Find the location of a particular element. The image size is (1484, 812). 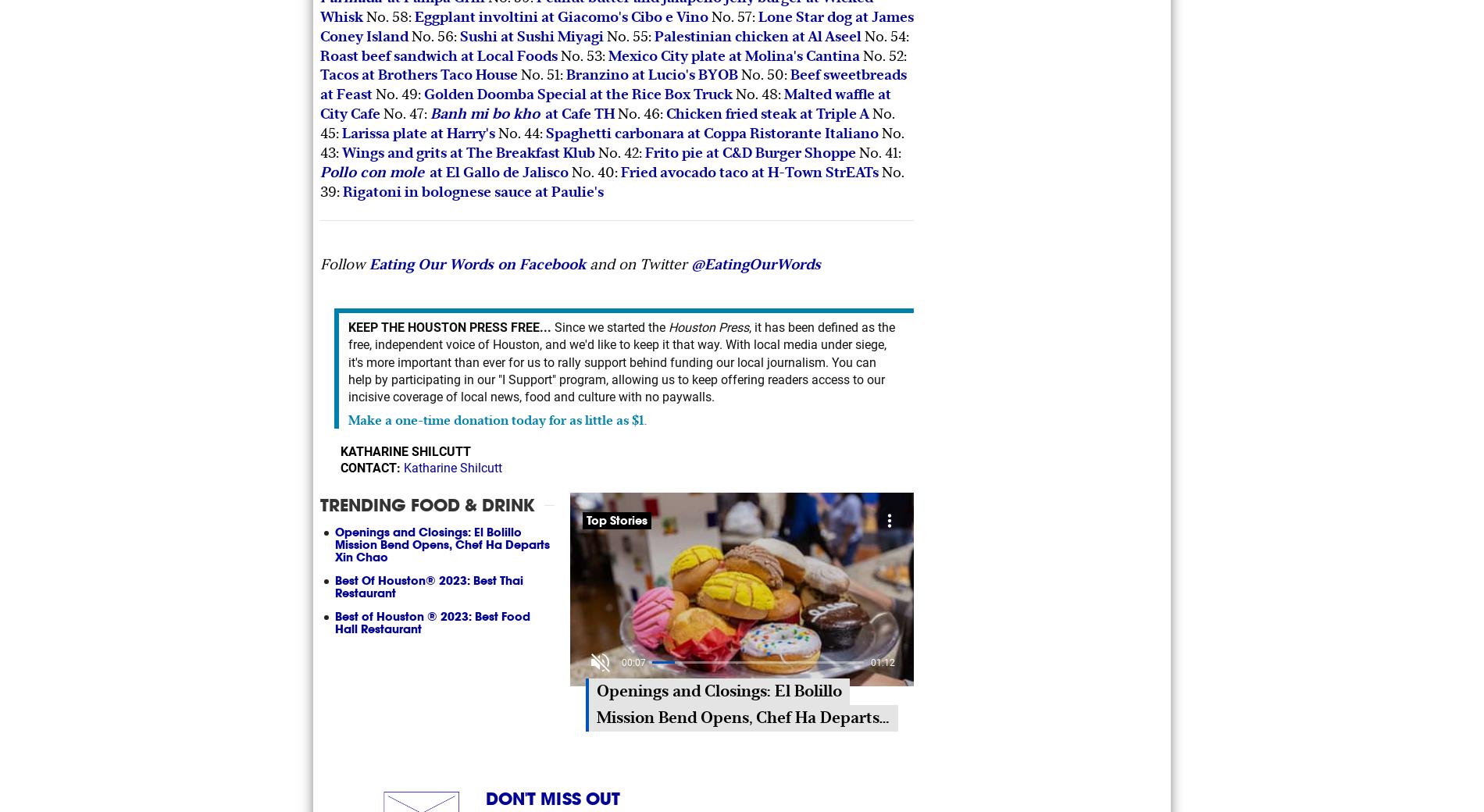

'Spaghetti carbonara at Coppa Ristorante Italiano' is located at coordinates (546, 133).